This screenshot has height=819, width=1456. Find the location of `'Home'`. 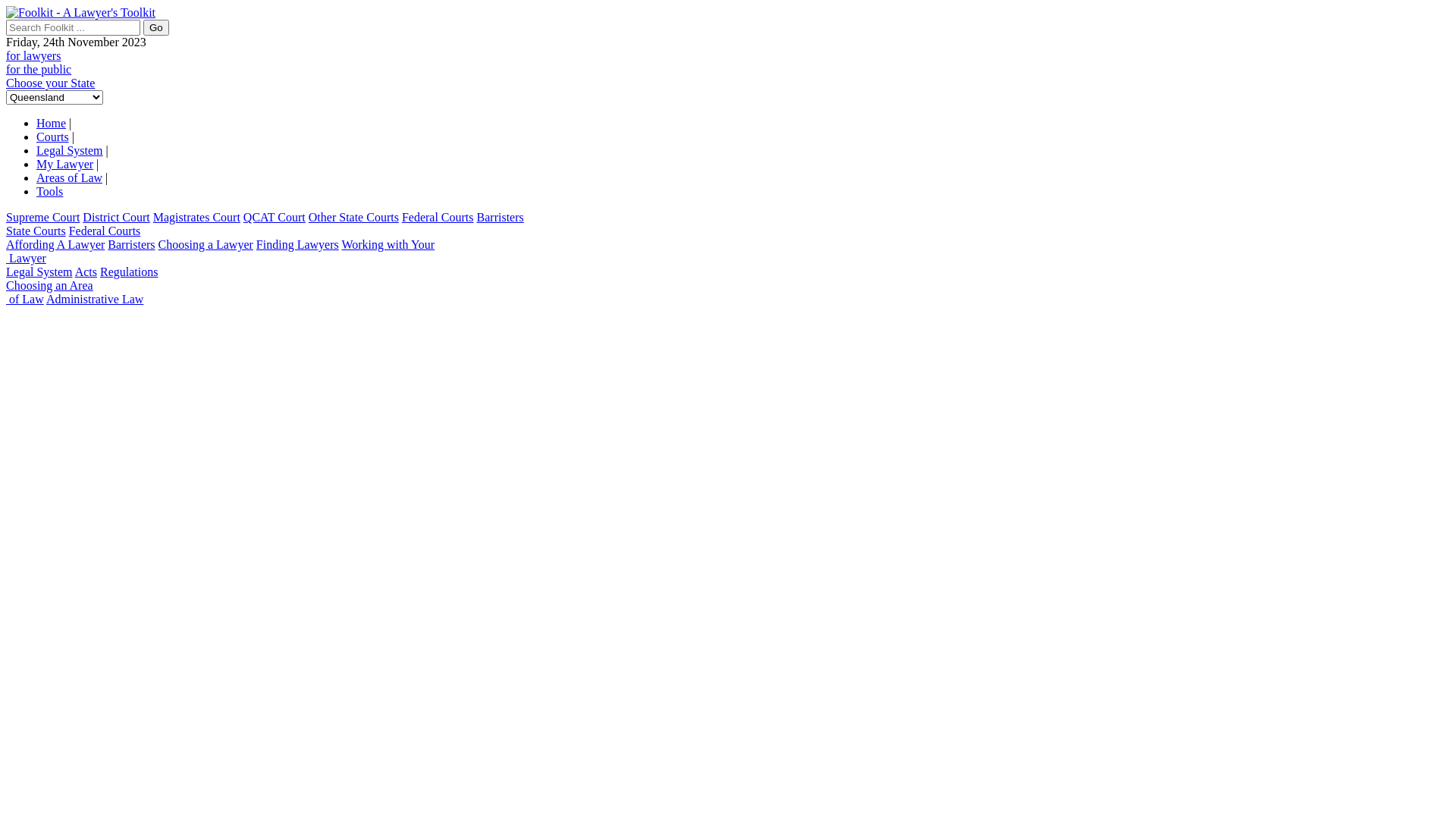

'Home' is located at coordinates (36, 122).